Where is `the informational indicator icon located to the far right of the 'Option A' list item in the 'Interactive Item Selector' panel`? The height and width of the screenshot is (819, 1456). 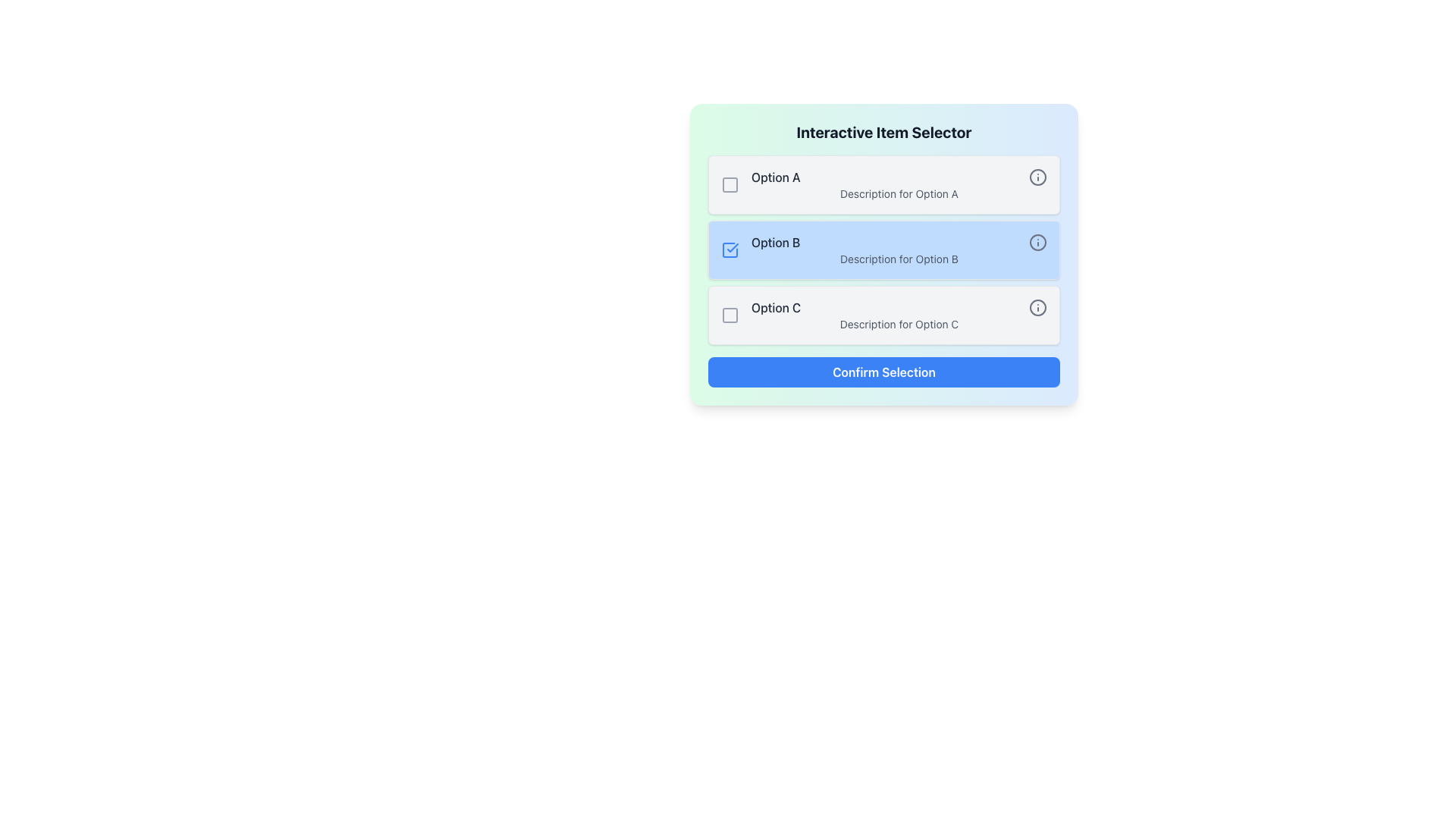 the informational indicator icon located to the far right of the 'Option A' list item in the 'Interactive Item Selector' panel is located at coordinates (1037, 177).